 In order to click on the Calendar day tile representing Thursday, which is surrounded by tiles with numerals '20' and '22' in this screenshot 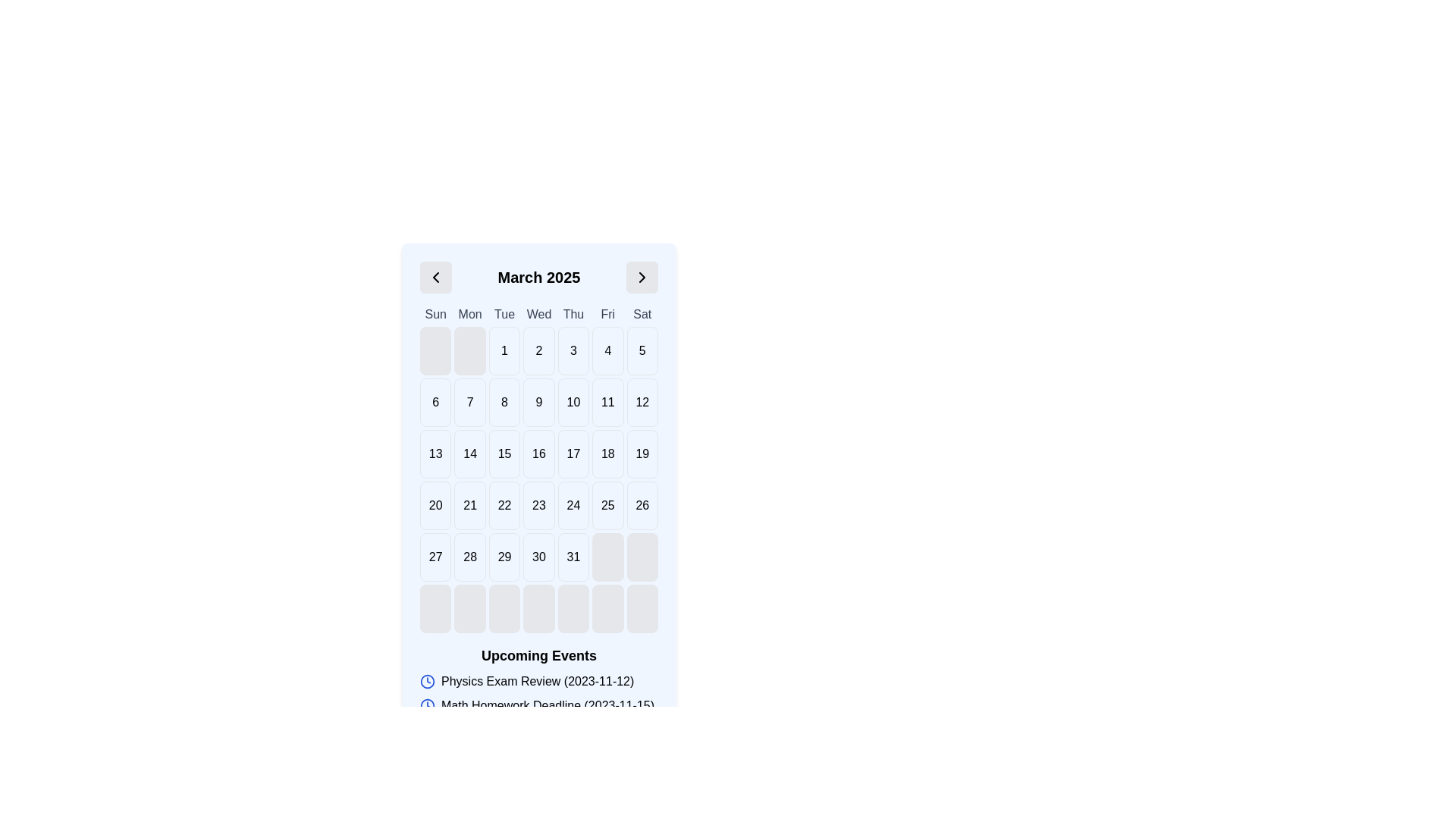, I will do `click(469, 506)`.